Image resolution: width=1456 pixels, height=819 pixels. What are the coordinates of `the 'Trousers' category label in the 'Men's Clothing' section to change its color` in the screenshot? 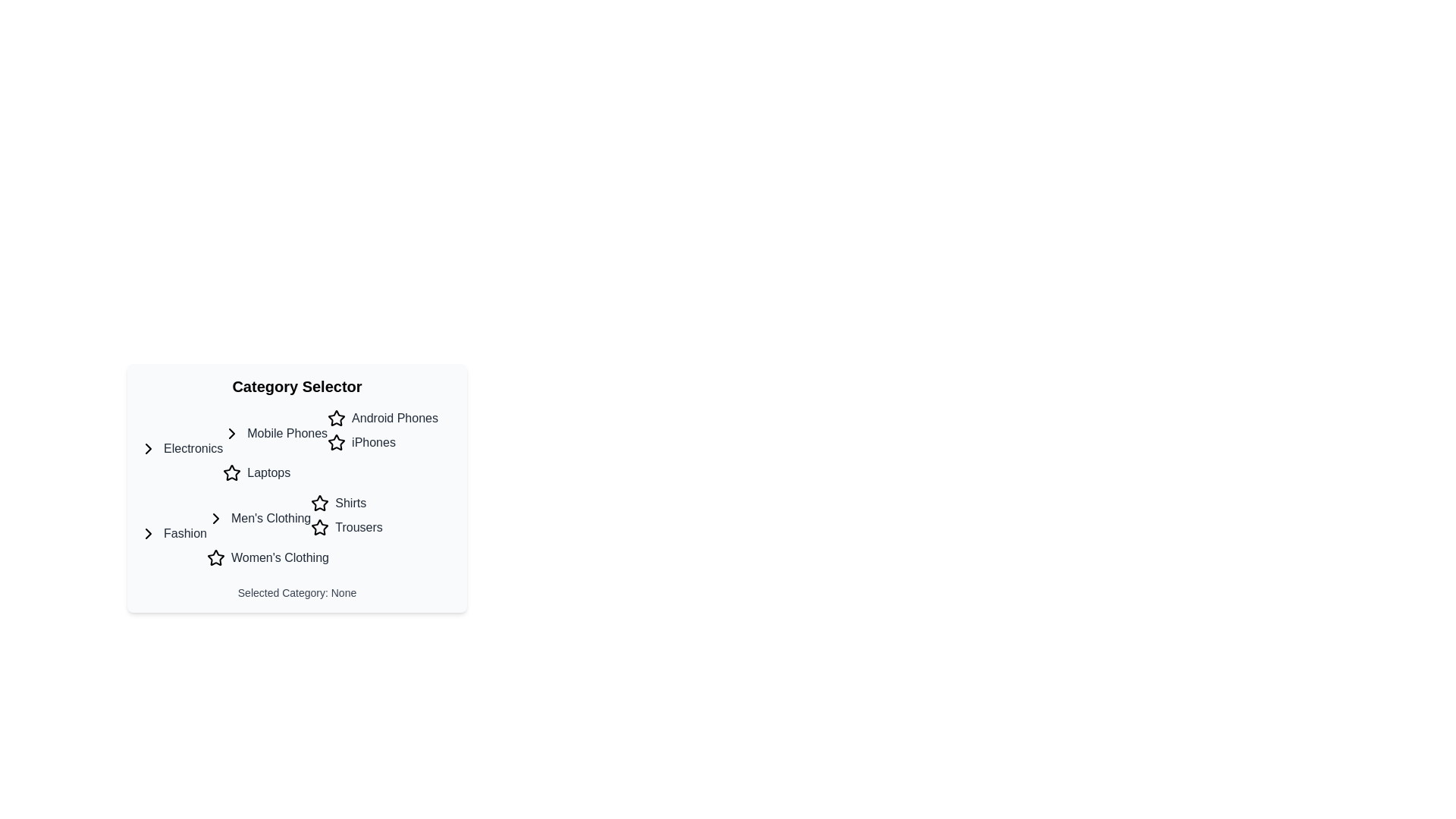 It's located at (358, 526).